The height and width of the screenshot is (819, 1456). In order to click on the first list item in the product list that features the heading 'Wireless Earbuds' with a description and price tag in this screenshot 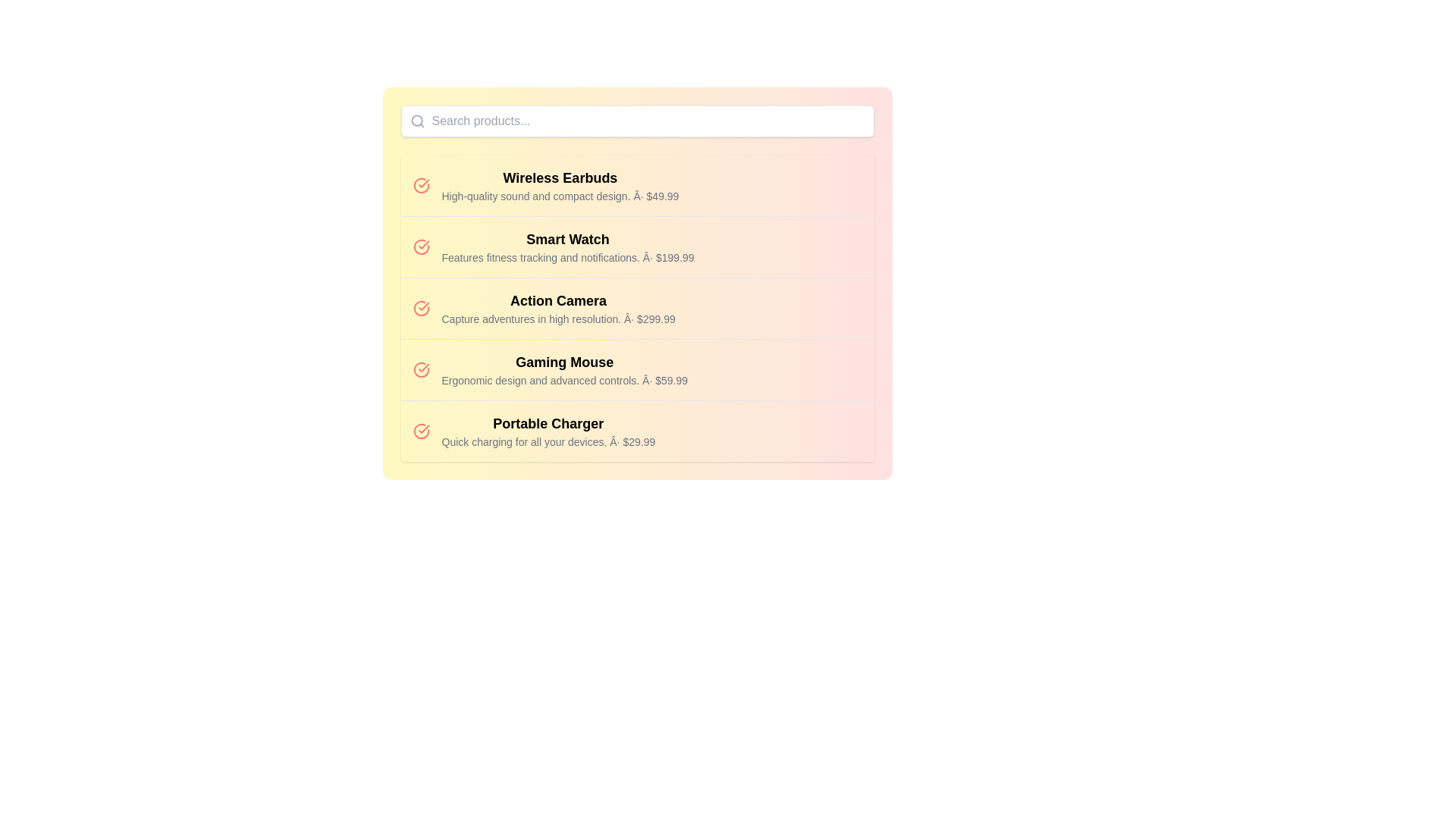, I will do `click(637, 185)`.